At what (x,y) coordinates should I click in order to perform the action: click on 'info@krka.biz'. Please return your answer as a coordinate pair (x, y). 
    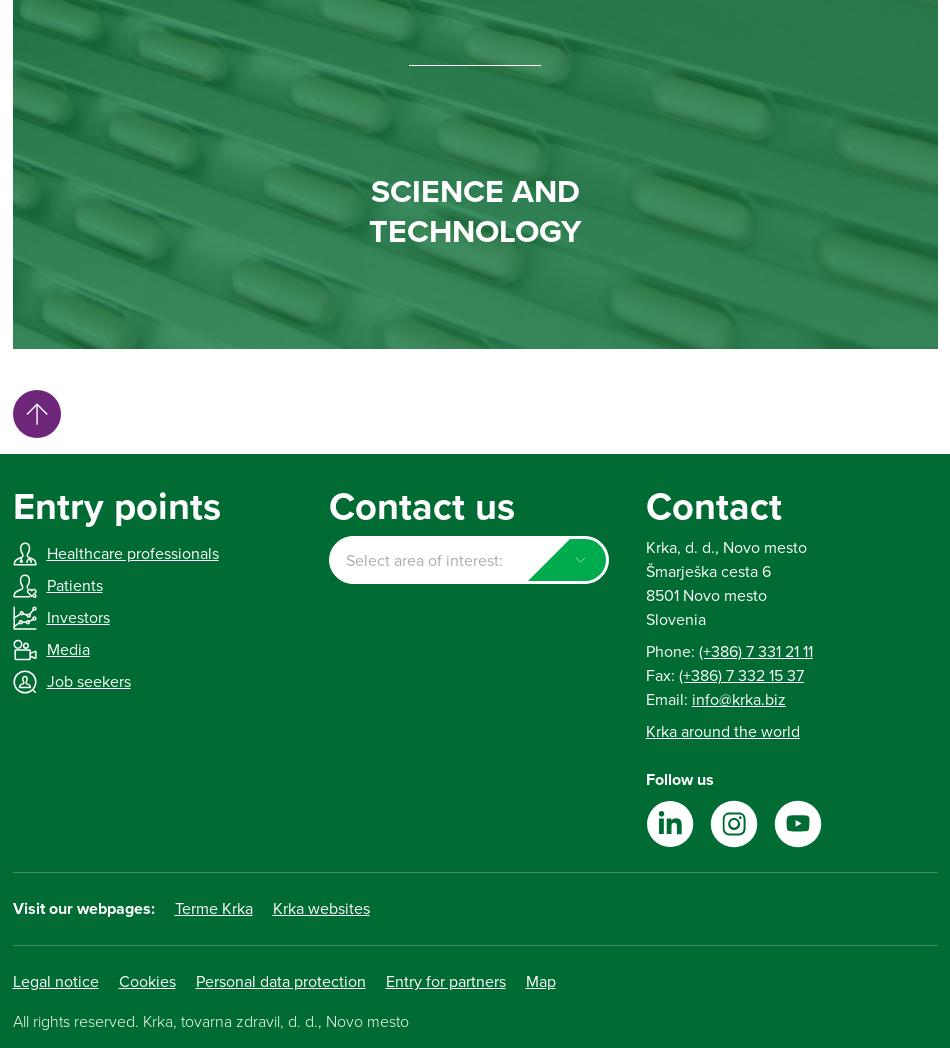
    Looking at the image, I should click on (691, 698).